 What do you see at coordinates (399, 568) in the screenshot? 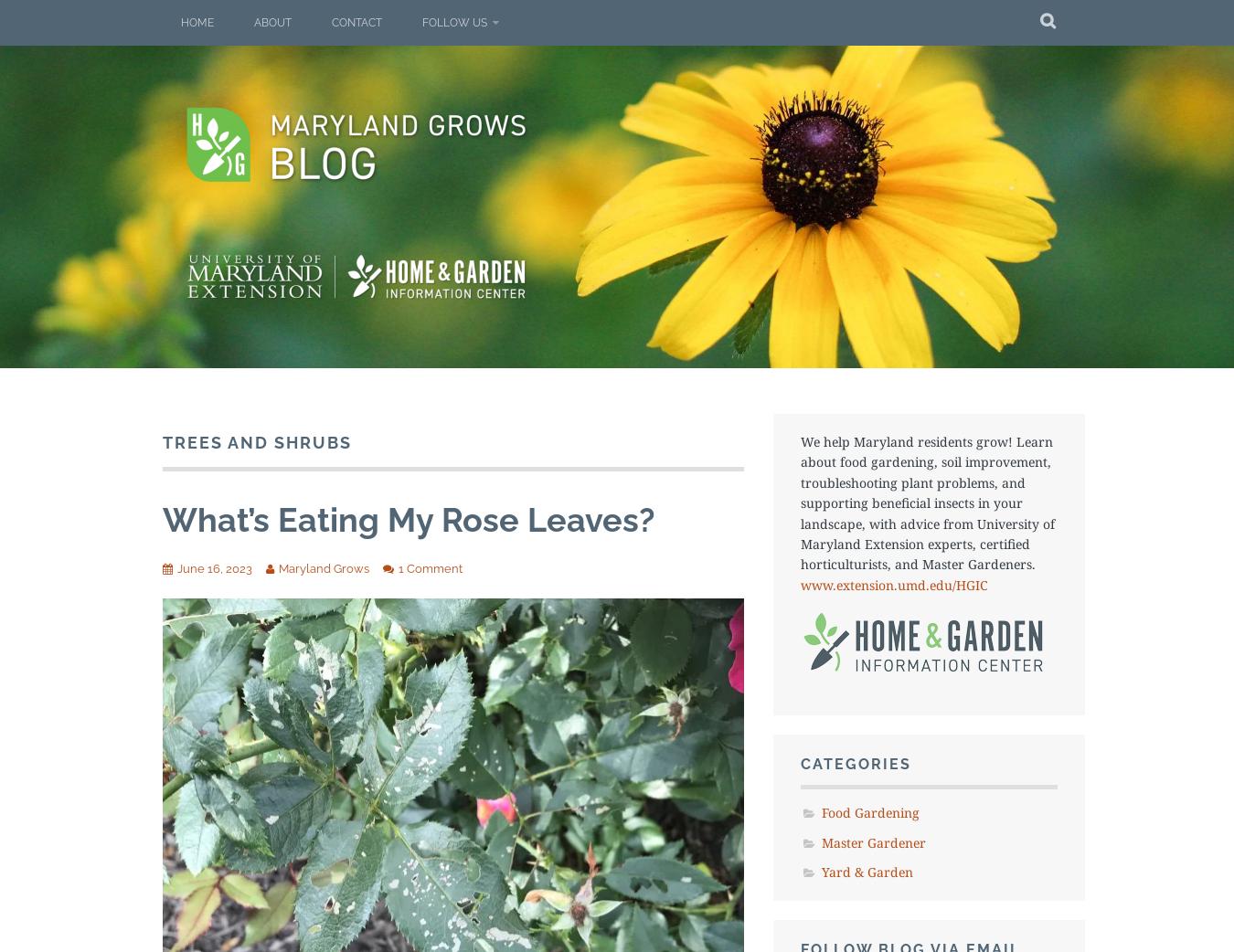
I see `'1 Comment'` at bounding box center [399, 568].